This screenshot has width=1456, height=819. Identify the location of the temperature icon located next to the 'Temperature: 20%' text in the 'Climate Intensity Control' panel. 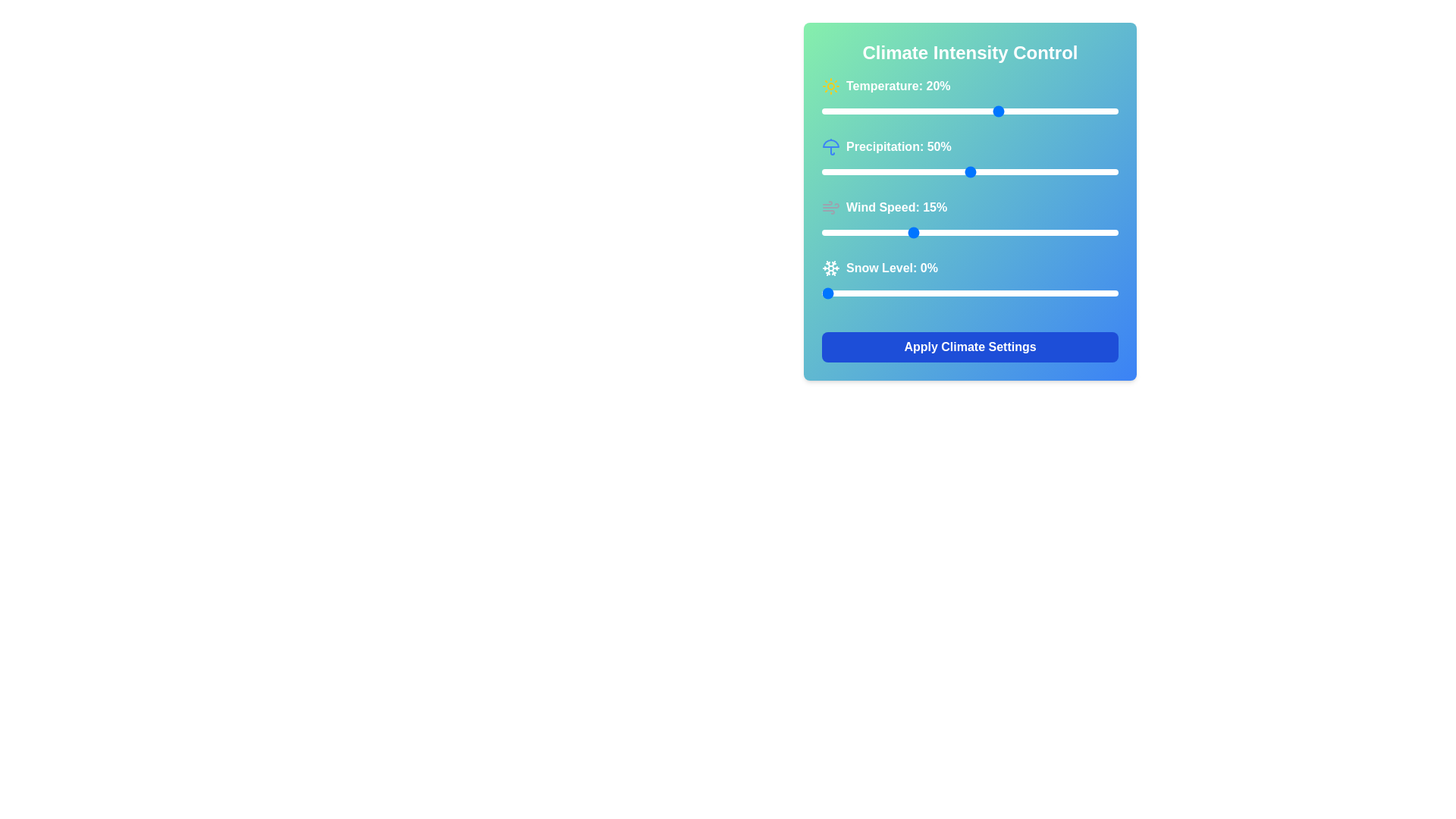
(830, 86).